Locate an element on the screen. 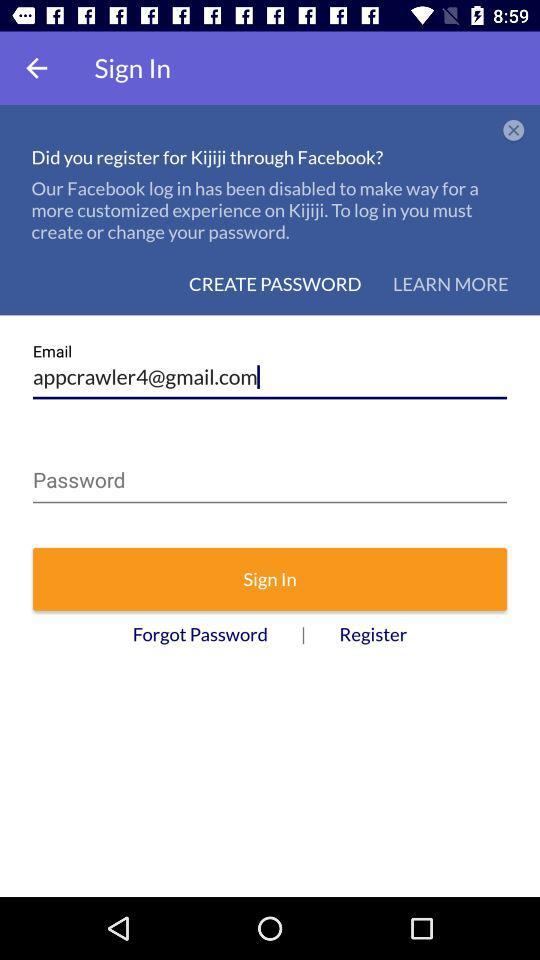 This screenshot has height=960, width=540. the item above the our facebook log item is located at coordinates (513, 130).